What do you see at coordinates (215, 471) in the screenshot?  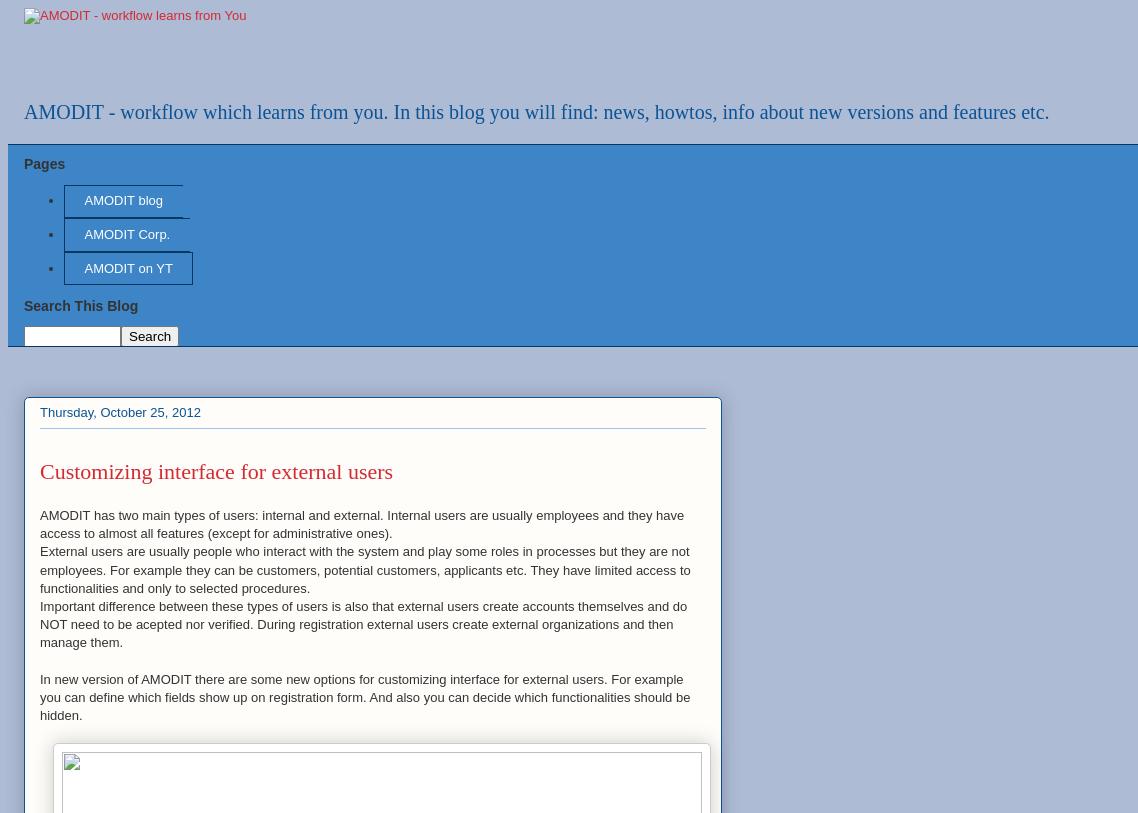 I see `'Customizing interface for external users'` at bounding box center [215, 471].